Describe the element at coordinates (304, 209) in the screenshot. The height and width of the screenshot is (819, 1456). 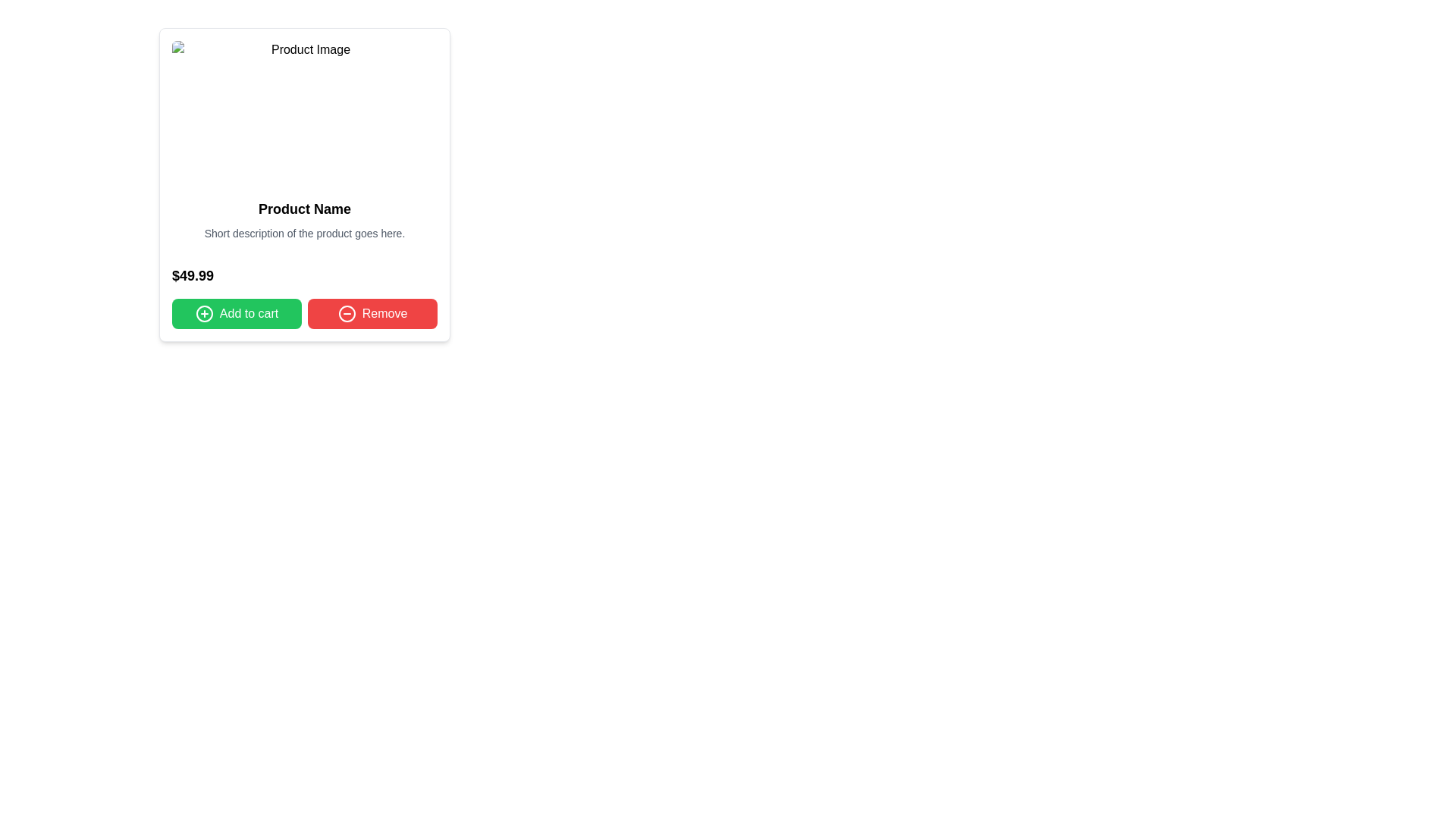
I see `the main title Text Label that identifies the product within the card interface, positioned near the upper half of the card` at that location.